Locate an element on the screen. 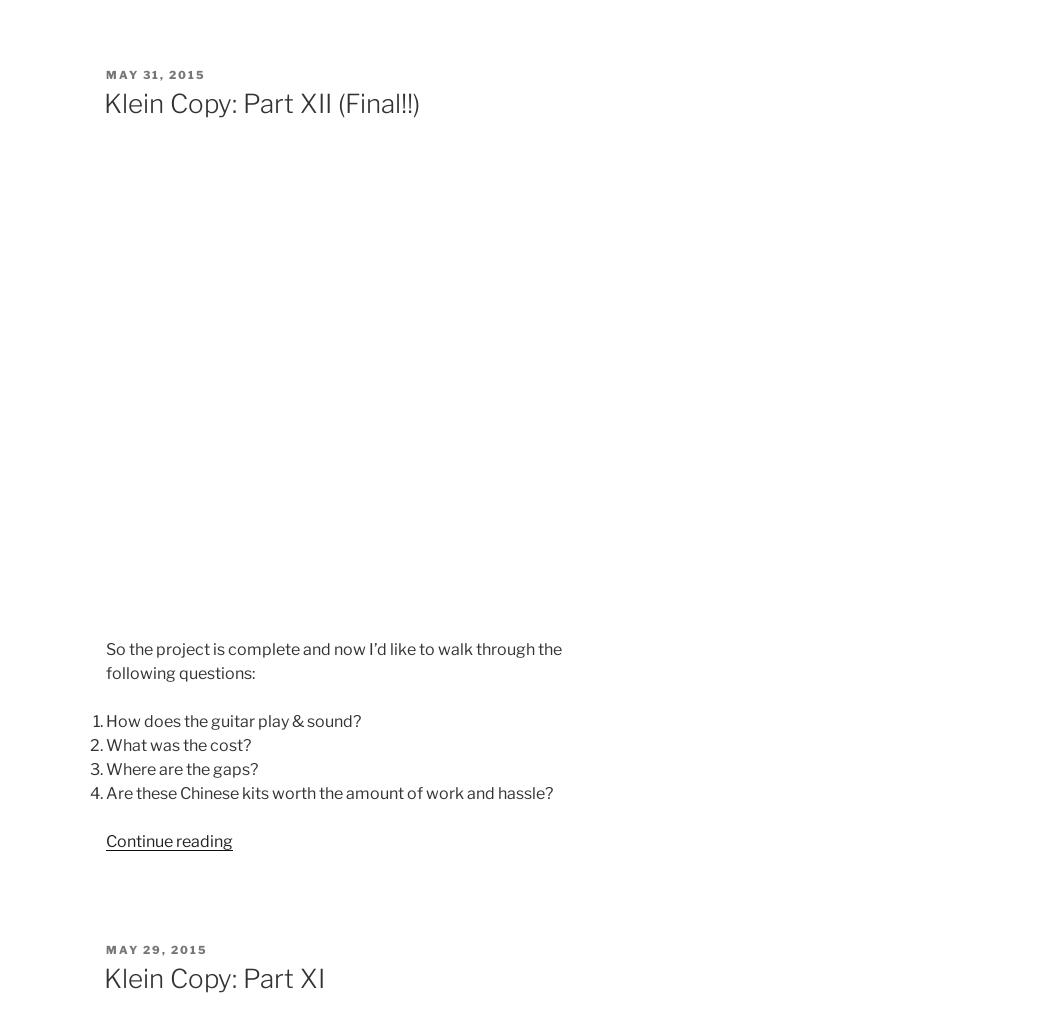 Image resolution: width=1050 pixels, height=1013 pixels. 'How does the guitar play & sound?' is located at coordinates (232, 720).